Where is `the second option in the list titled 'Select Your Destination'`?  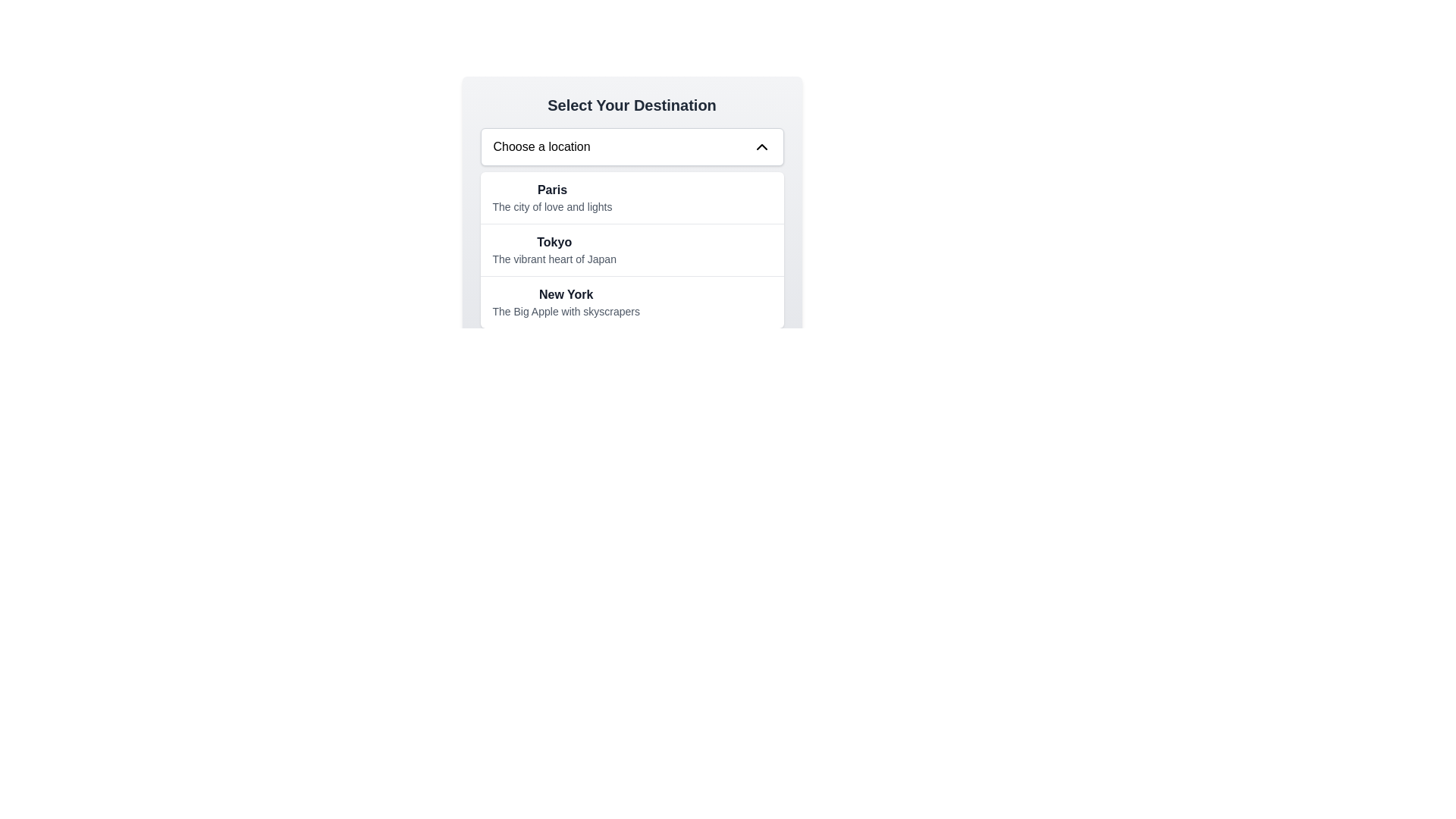
the second option in the list titled 'Select Your Destination' is located at coordinates (632, 249).